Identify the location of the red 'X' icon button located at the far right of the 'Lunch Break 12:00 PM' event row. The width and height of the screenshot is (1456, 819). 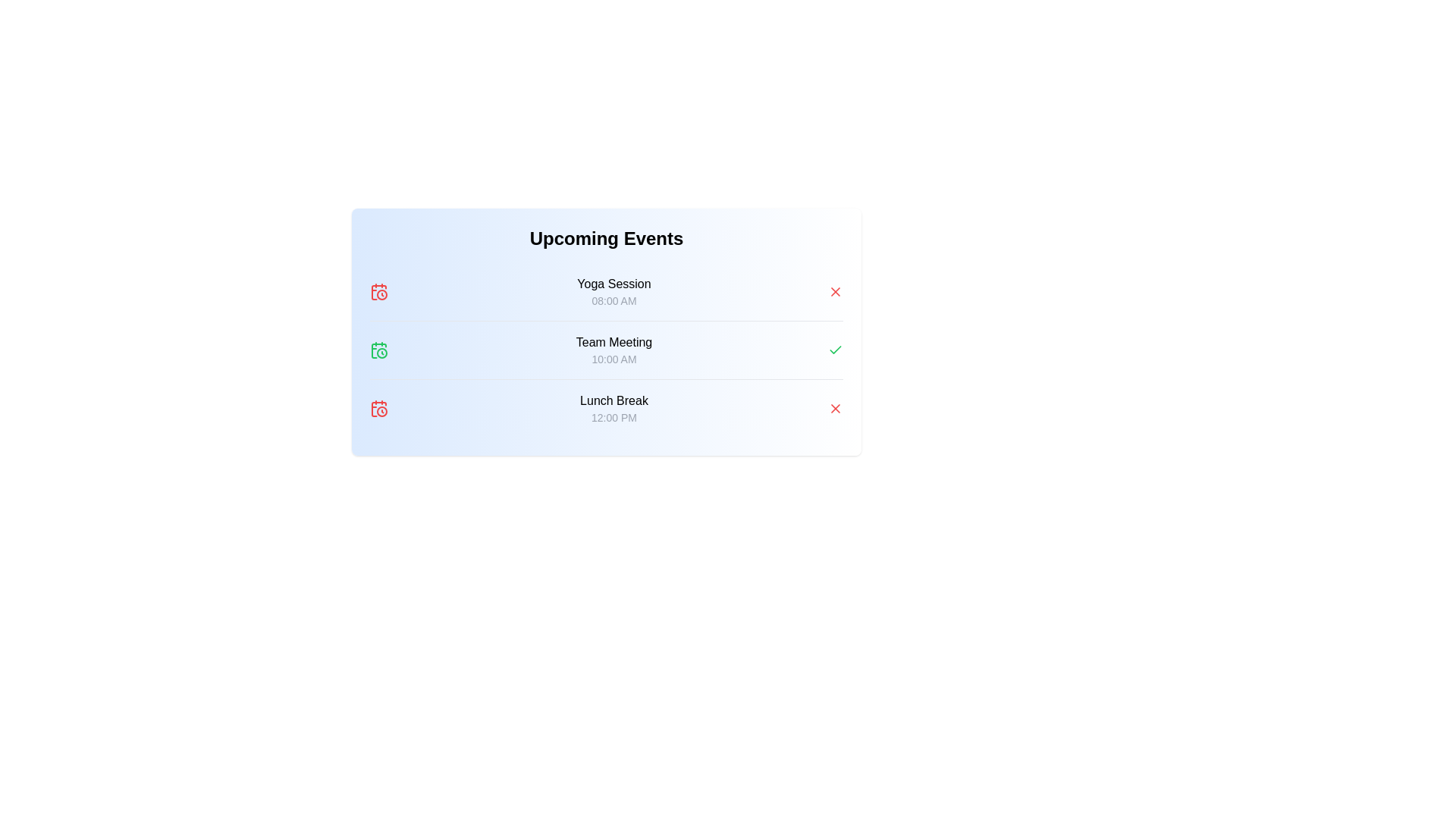
(835, 408).